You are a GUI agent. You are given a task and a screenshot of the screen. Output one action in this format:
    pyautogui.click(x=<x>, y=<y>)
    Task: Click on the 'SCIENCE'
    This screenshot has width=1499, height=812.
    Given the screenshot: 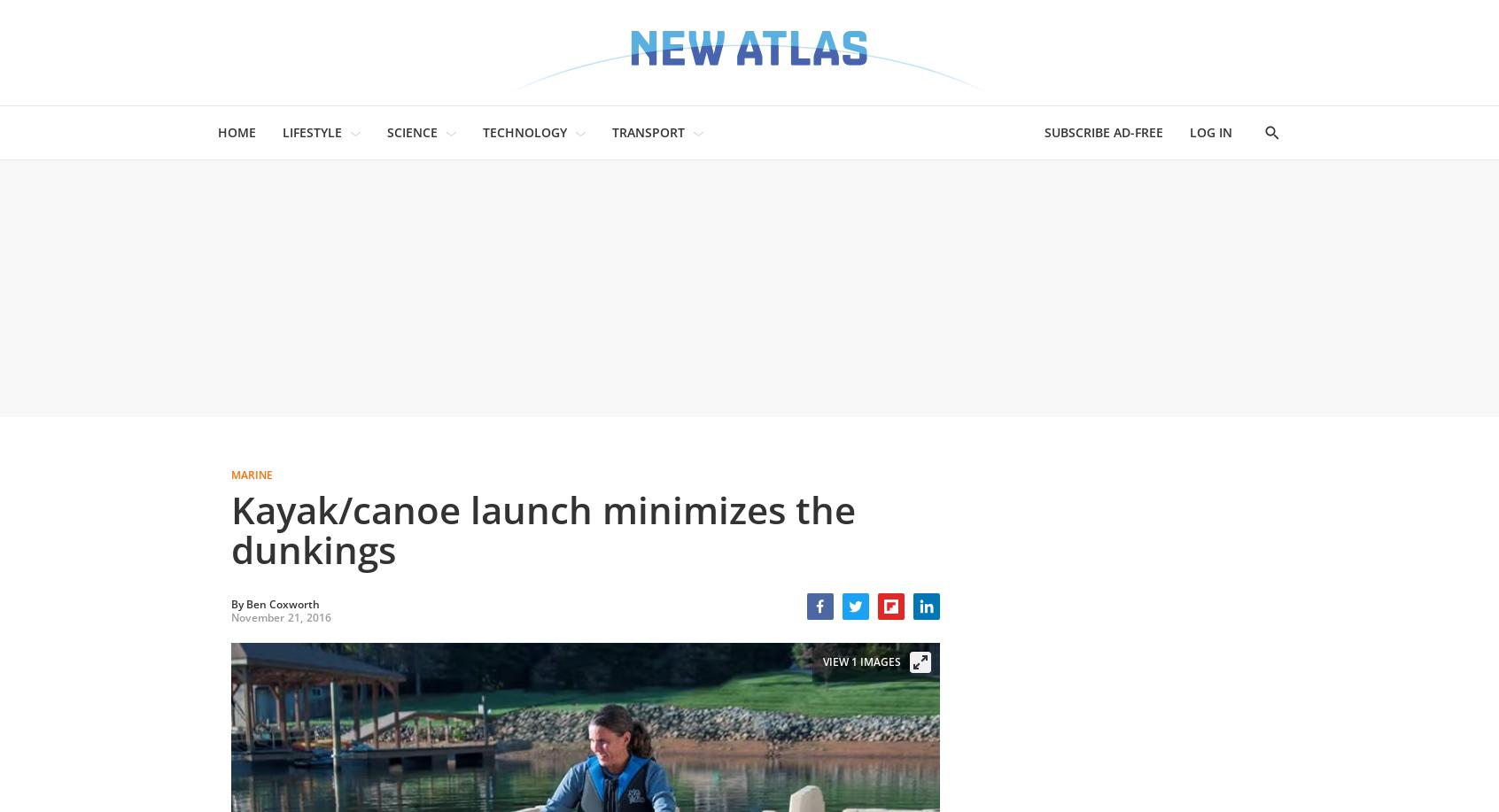 What is the action you would take?
    pyautogui.click(x=411, y=132)
    